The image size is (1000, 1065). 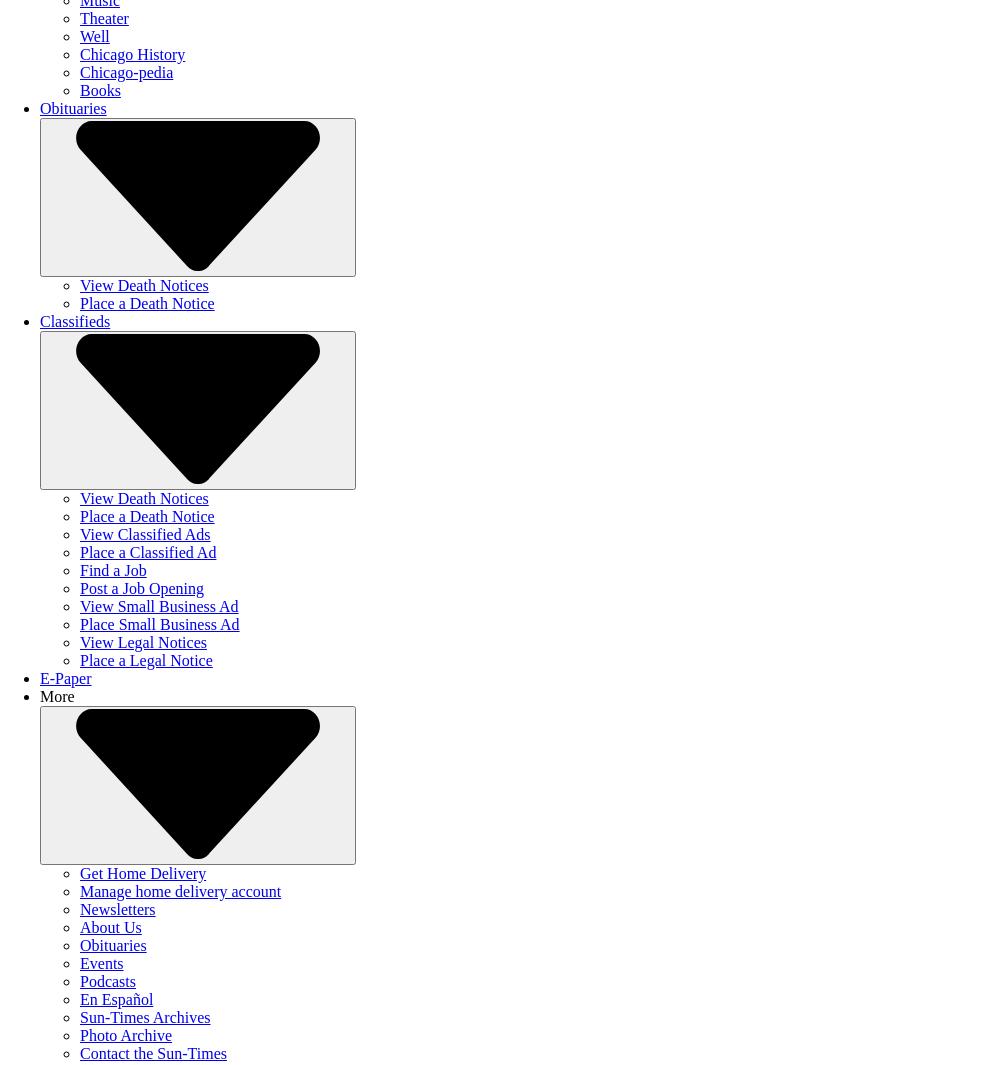 I want to click on 'Classifieds', so click(x=74, y=320).